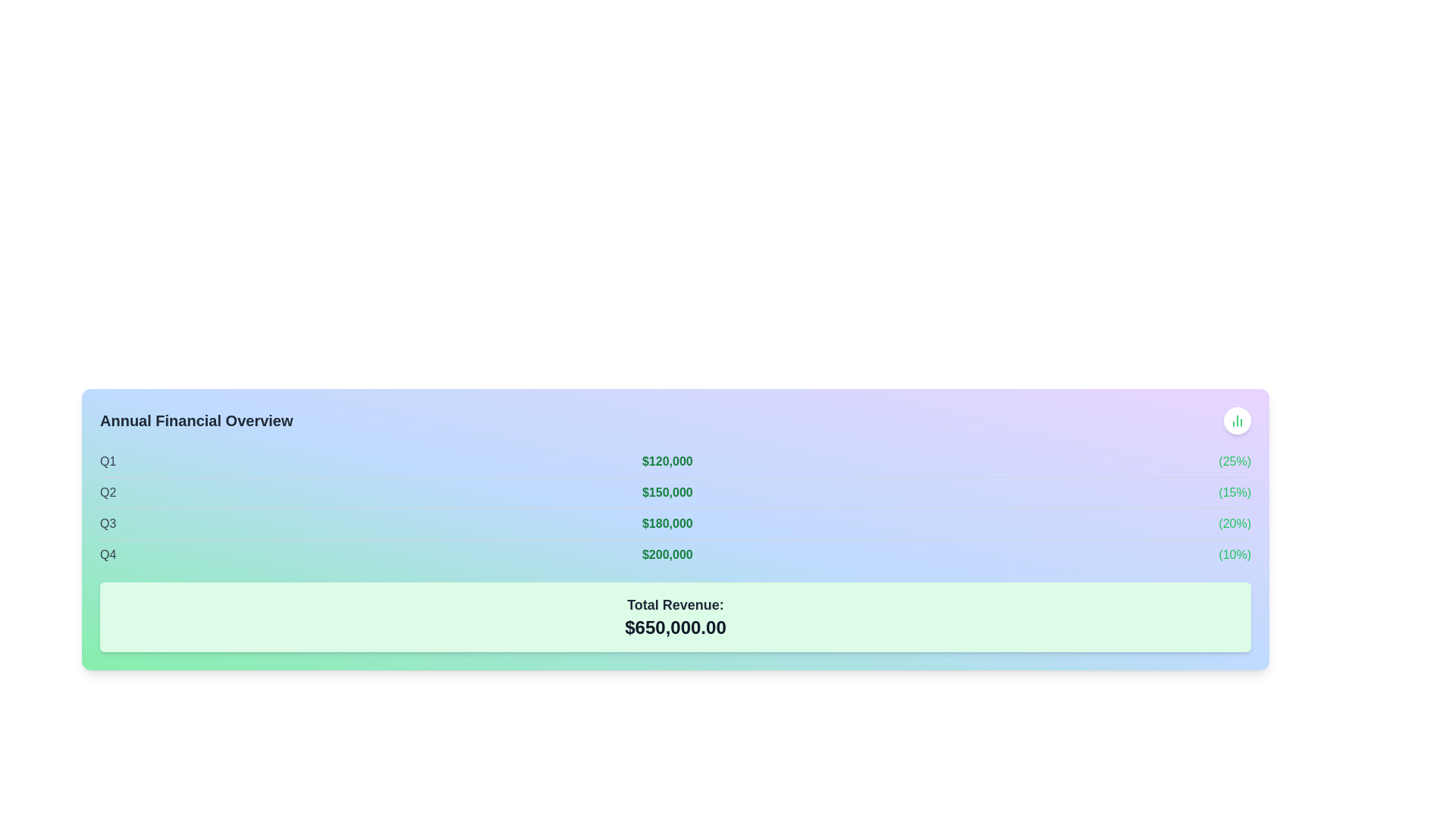  What do you see at coordinates (1235, 555) in the screenshot?
I see `the static text label that indicates the percentage change for the 'Q4' row, located to the right of the '$200,000' value in the table layout` at bounding box center [1235, 555].